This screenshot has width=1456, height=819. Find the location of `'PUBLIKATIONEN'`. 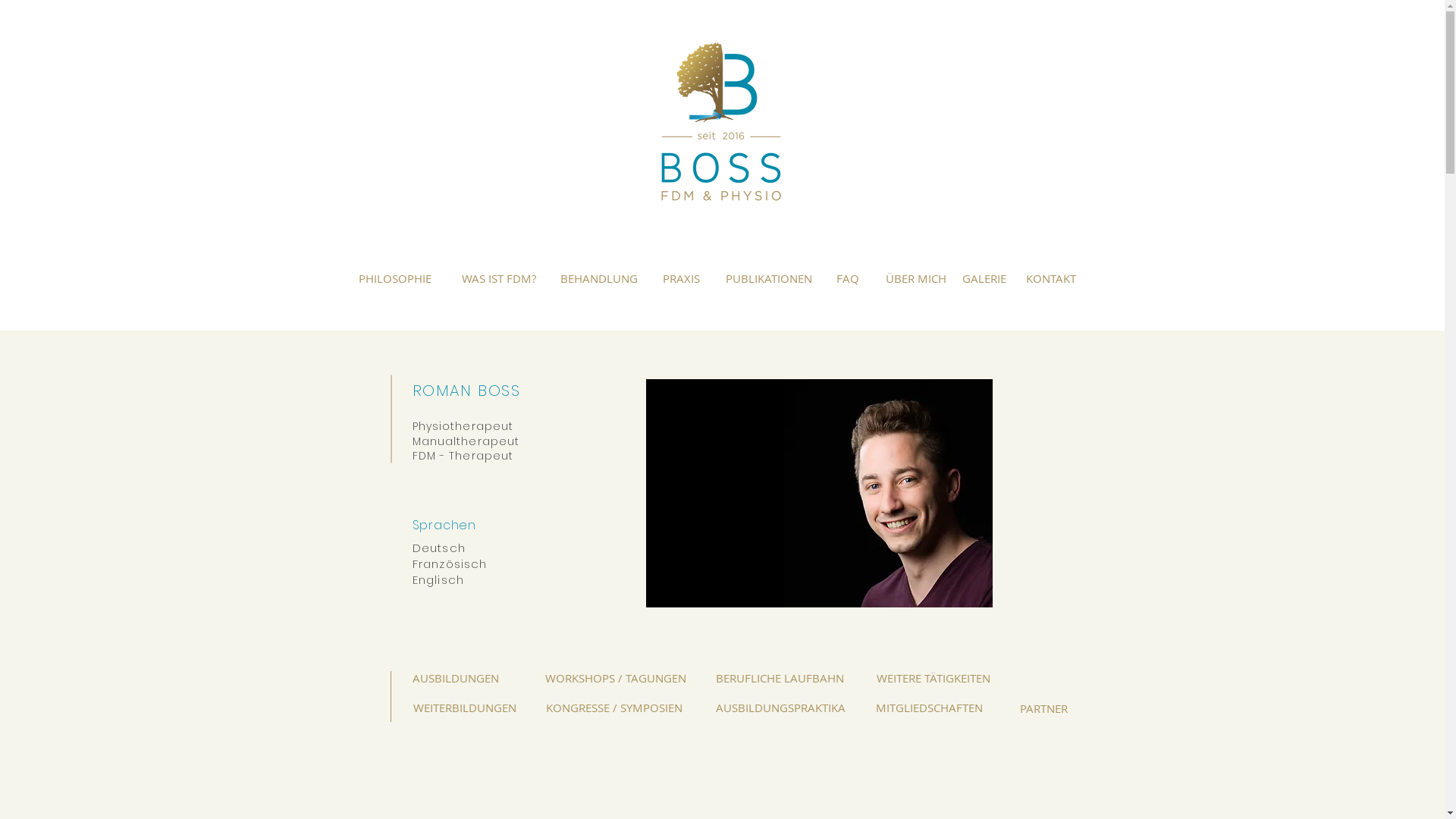

'PUBLIKATIONEN' is located at coordinates (767, 278).